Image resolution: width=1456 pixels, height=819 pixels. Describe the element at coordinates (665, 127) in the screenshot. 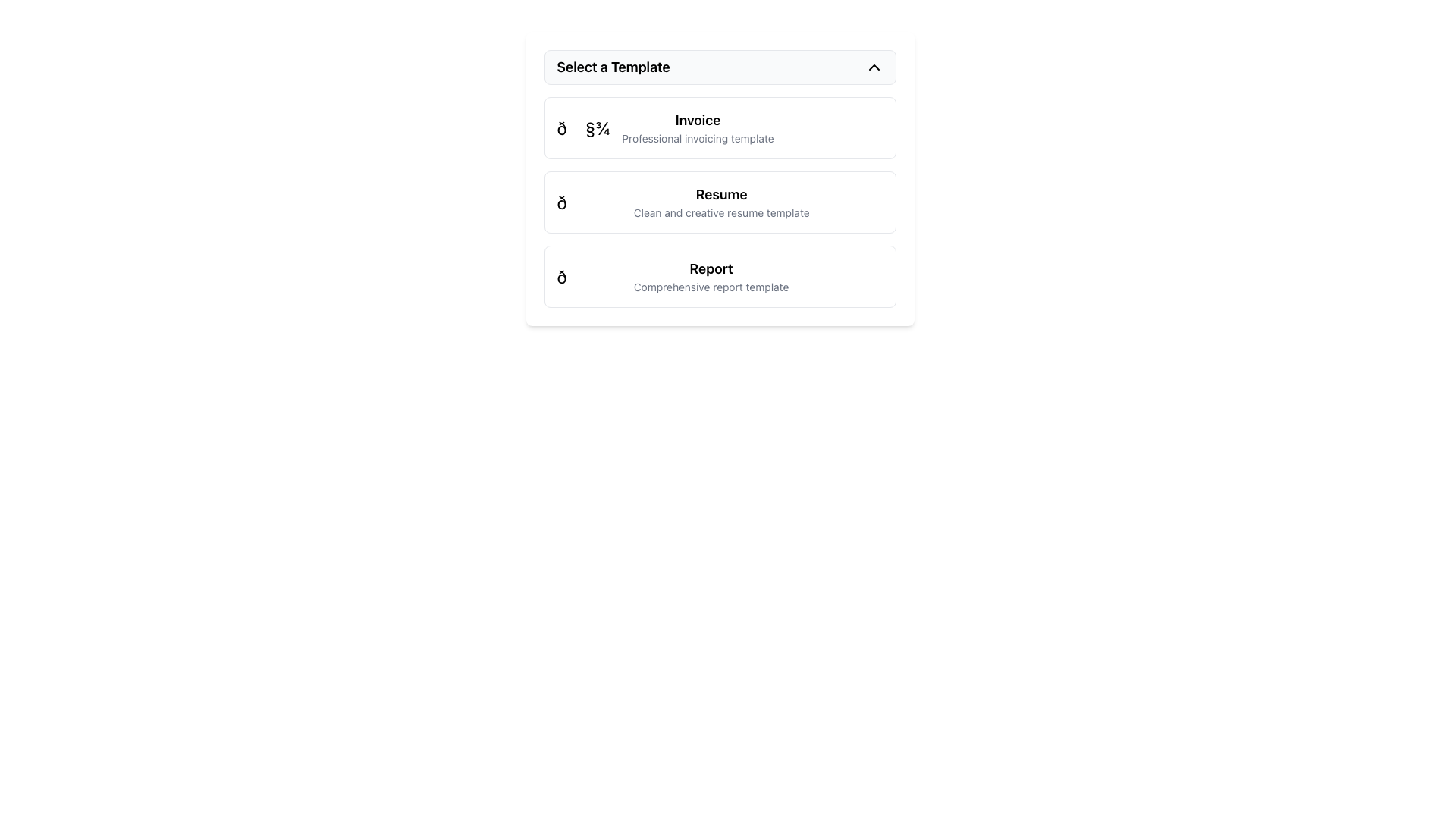

I see `the first selectable list item labeled 'Invoice' with a small emoji and a bold heading, located under the 'Select a Template' header` at that location.